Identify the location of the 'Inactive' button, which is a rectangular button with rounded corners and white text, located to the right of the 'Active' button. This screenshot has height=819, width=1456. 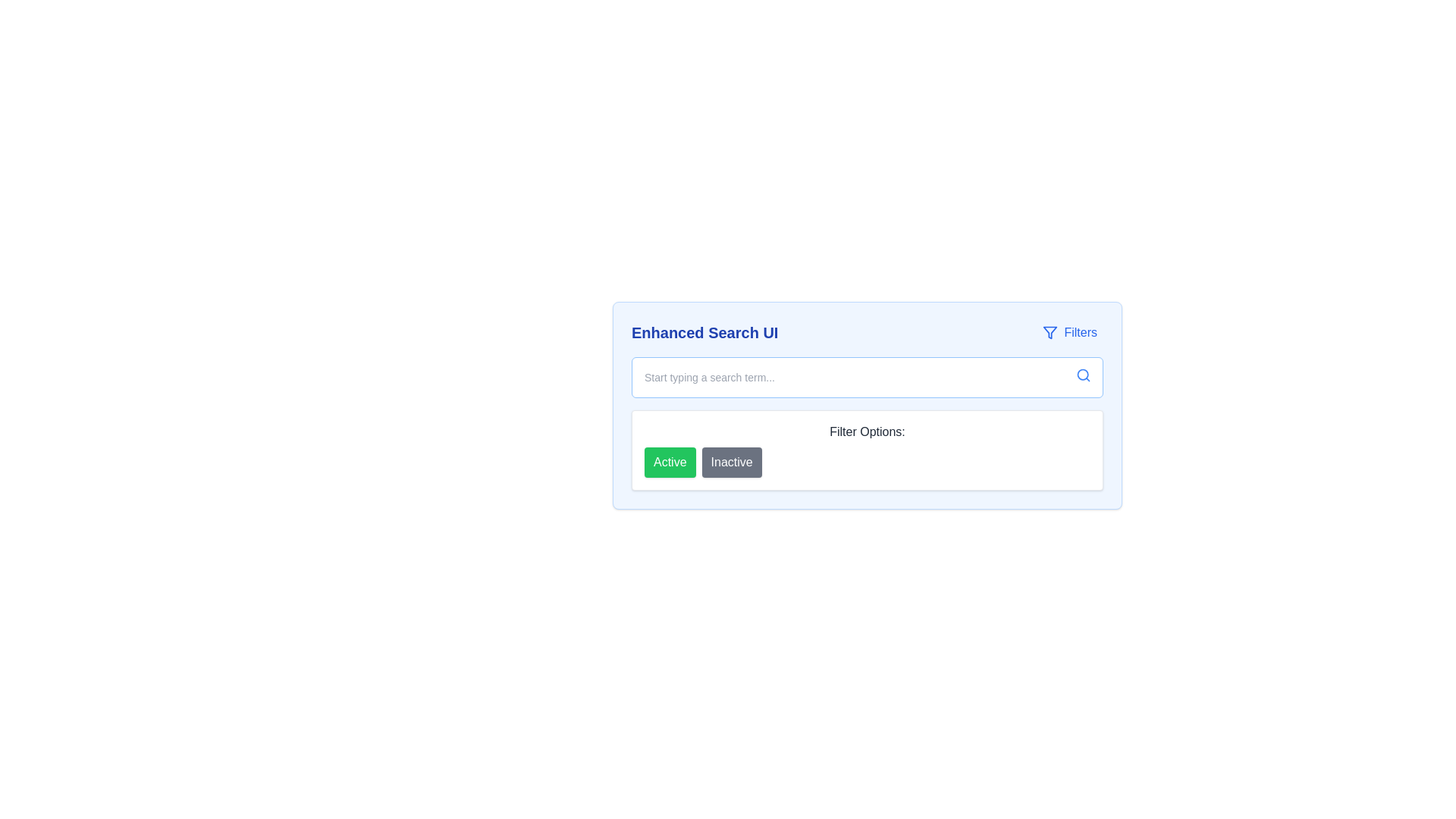
(732, 461).